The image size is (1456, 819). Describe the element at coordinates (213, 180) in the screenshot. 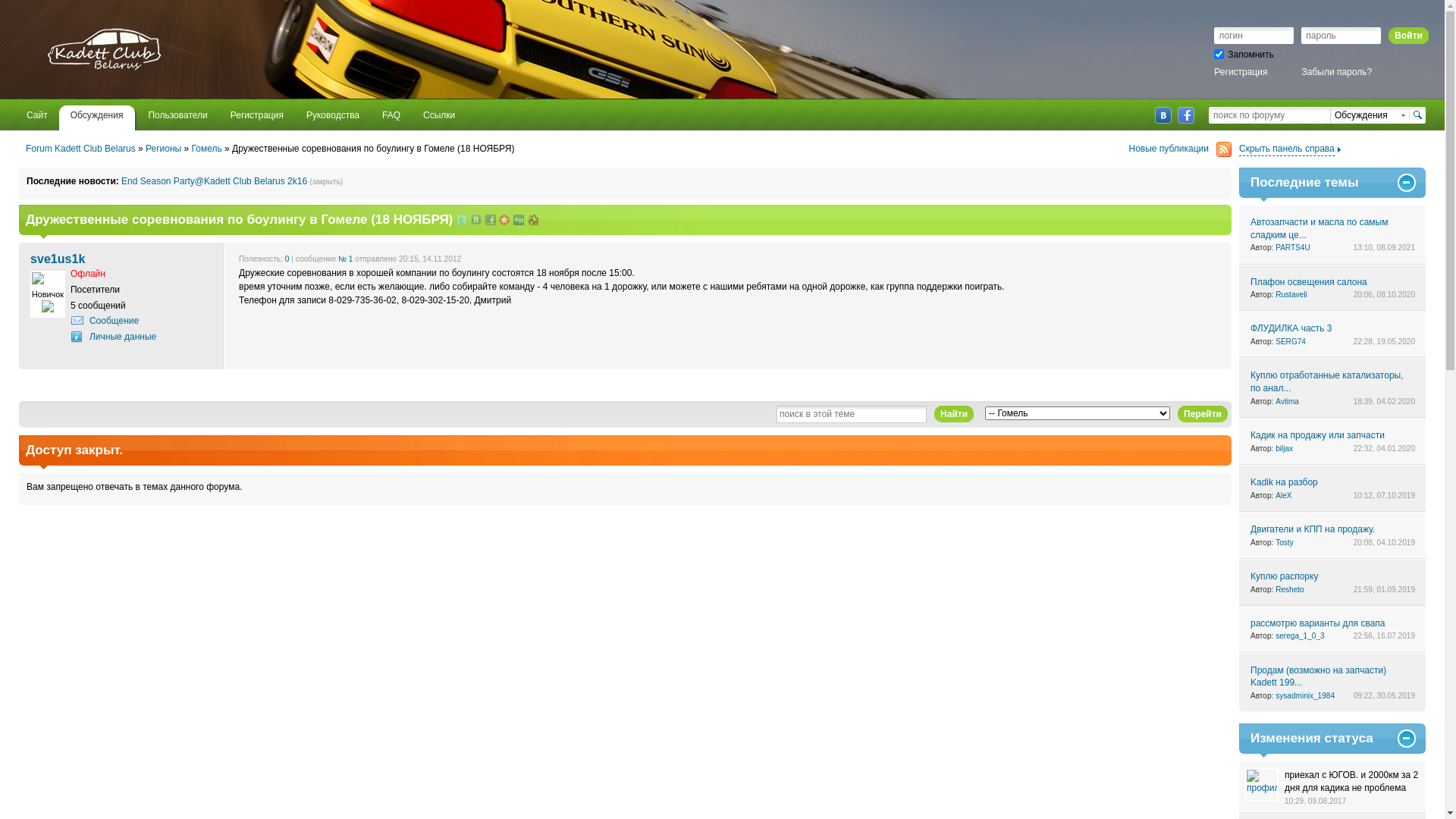

I see `'End Season Party@Kadett Club Belarus 2k16'` at that location.